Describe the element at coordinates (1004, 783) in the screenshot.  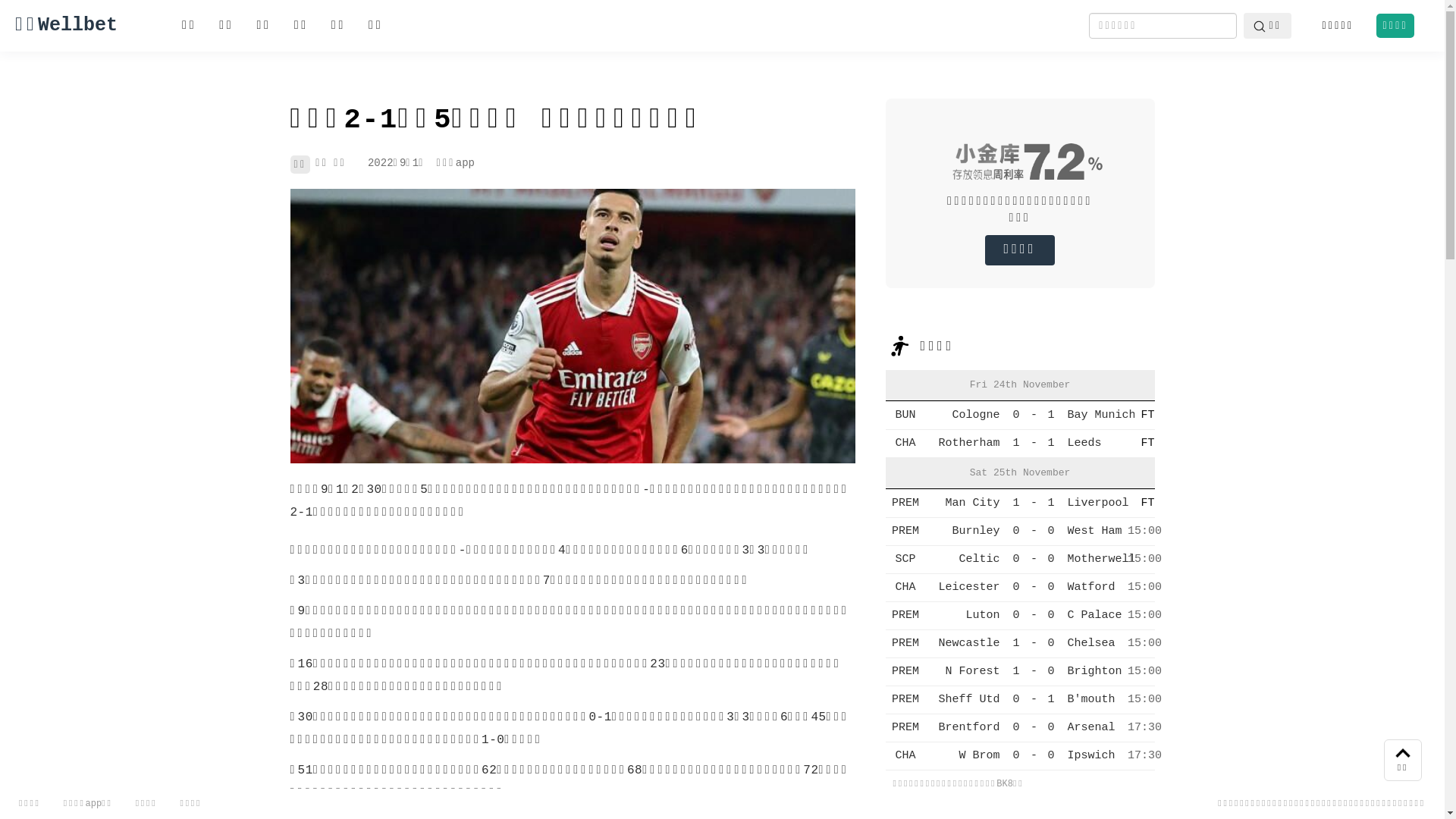
I see `'BK8'` at that location.